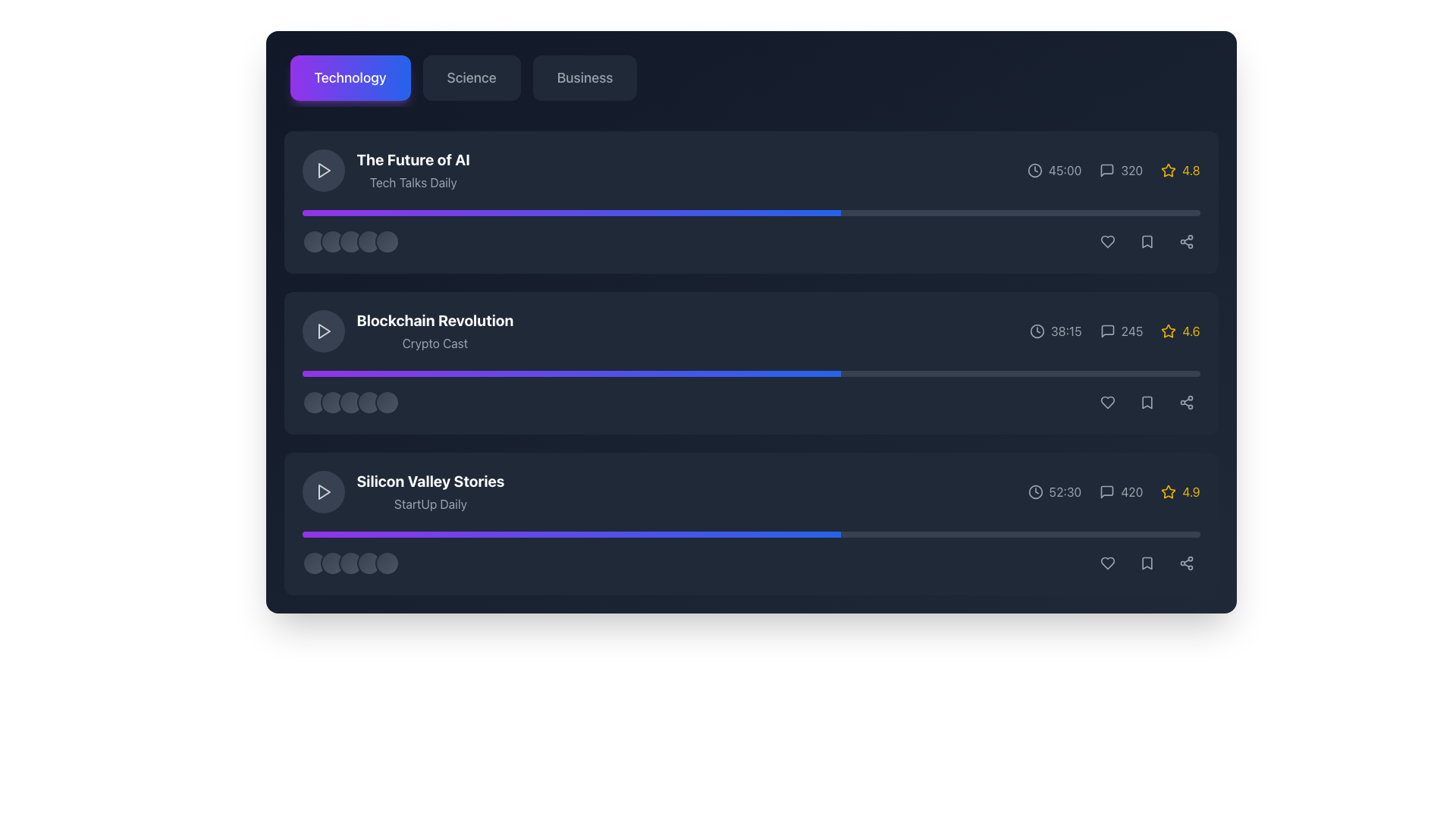 The image size is (1456, 819). I want to click on the third circular button with a share icon, located to the right of the 'Blockchain Revolution' podcast entry, to share content, so click(1185, 402).